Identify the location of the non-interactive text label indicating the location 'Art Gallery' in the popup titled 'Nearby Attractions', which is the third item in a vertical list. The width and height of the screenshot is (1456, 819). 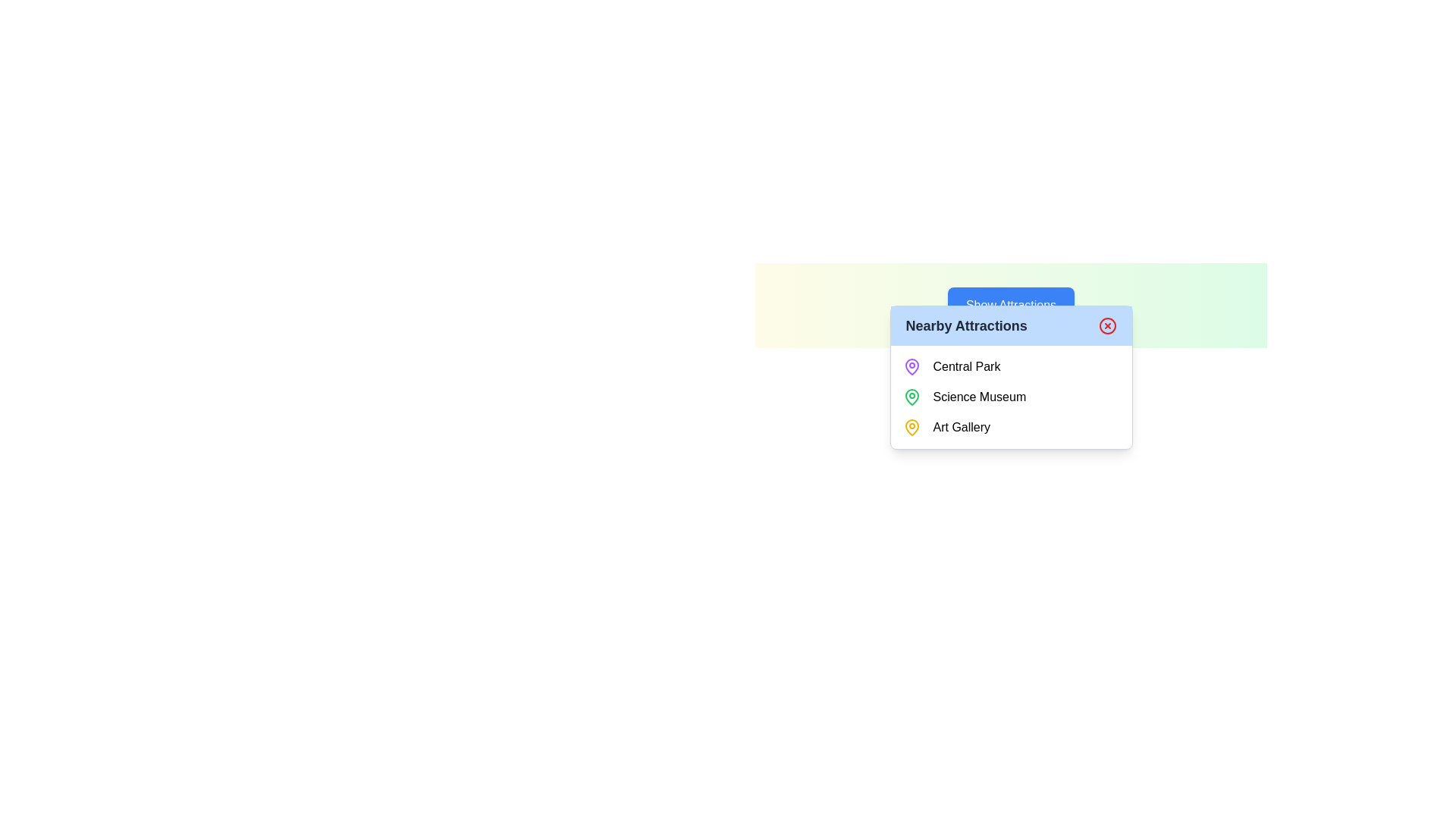
(961, 427).